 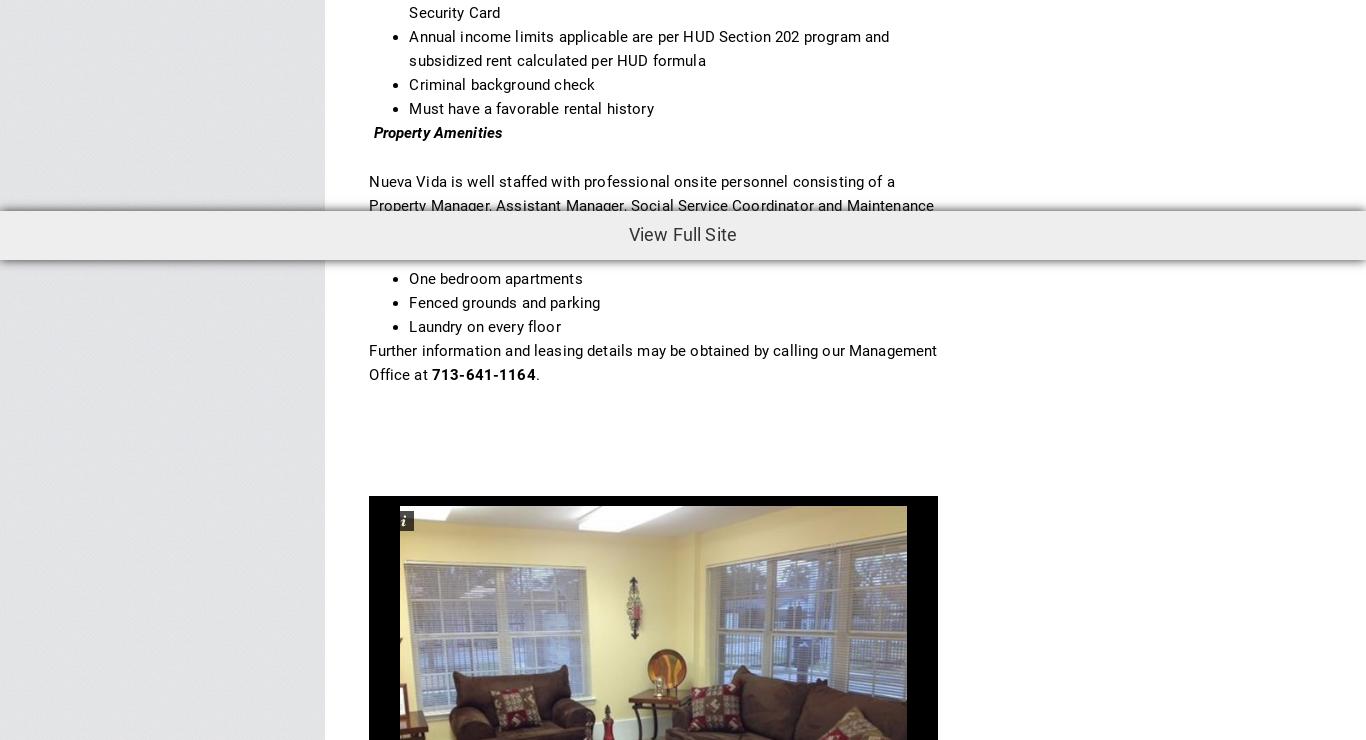 I want to click on 'One bedroom apartments', so click(x=495, y=278).